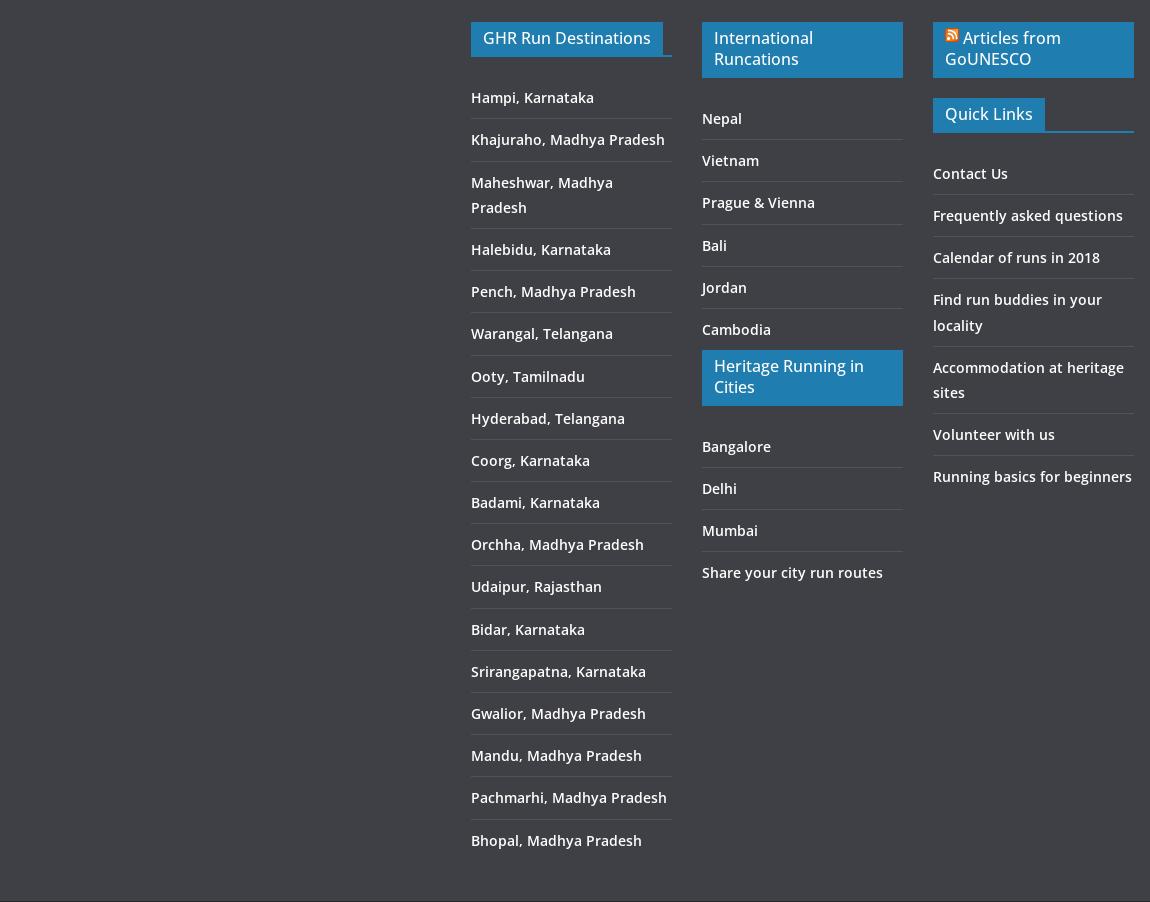 The height and width of the screenshot is (902, 1150). I want to click on 'Ooty, Tamilnadu', so click(527, 374).